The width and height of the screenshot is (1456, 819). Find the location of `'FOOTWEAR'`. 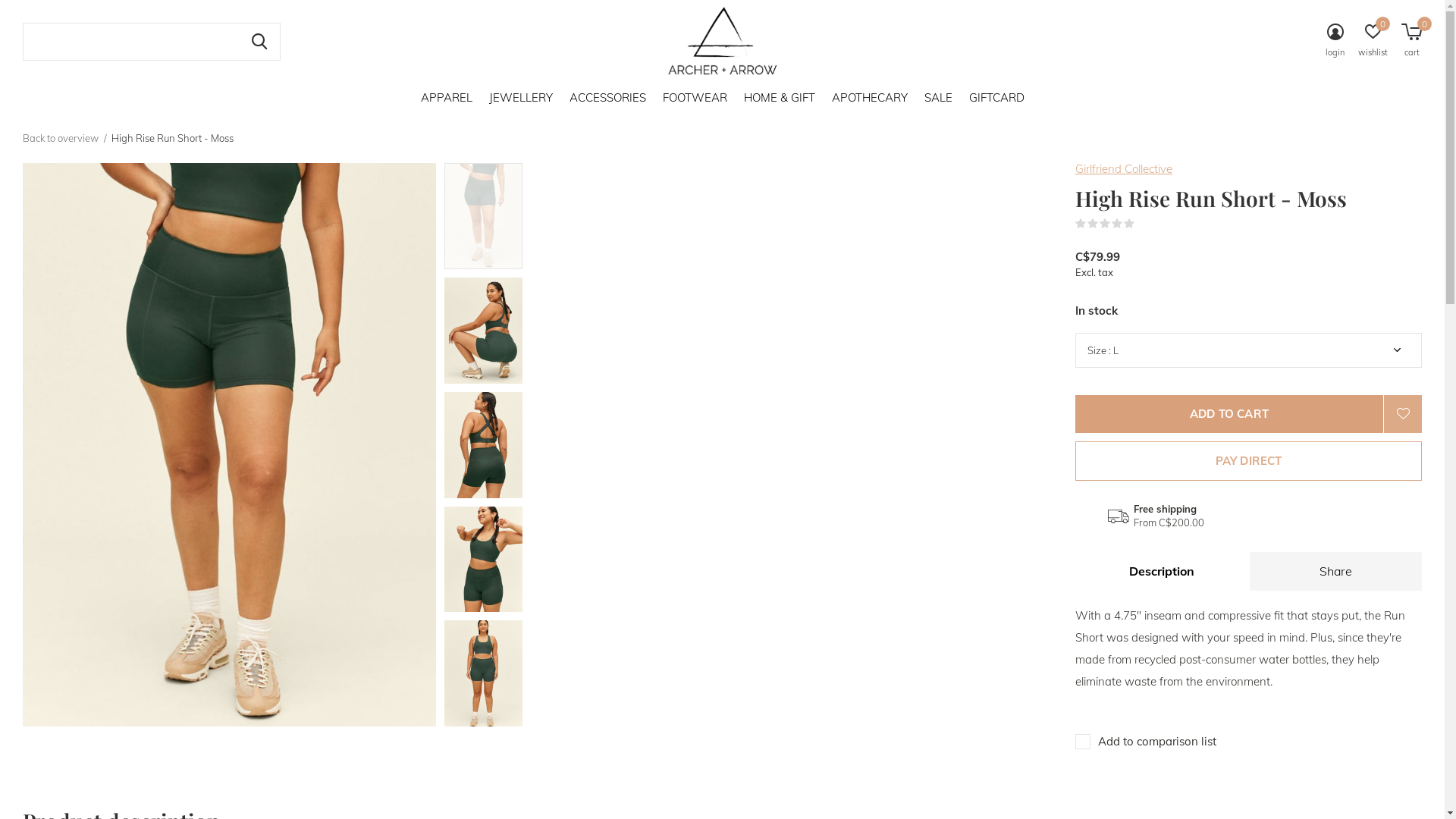

'FOOTWEAR' is located at coordinates (694, 96).